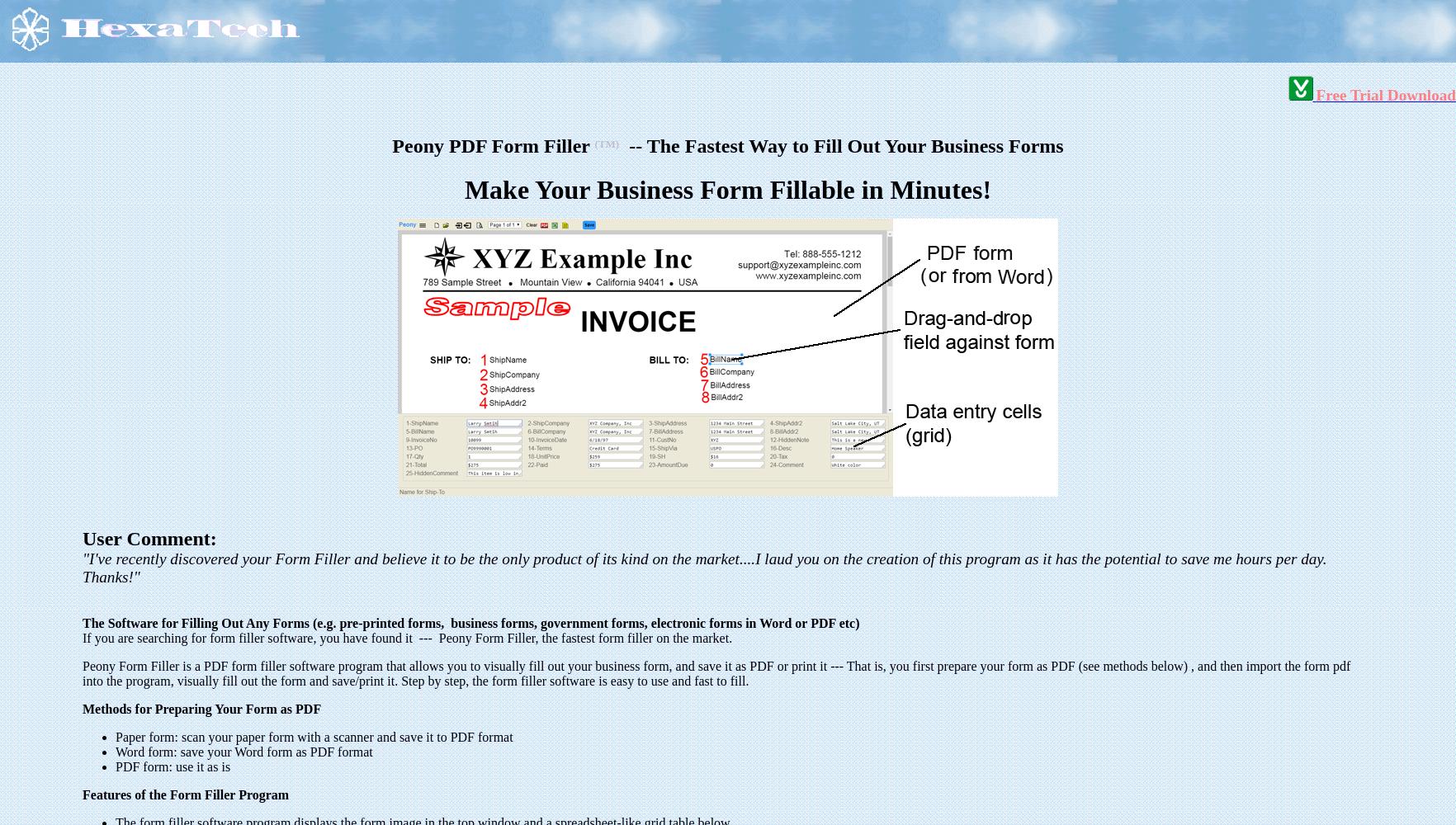  I want to click on 'User Comment:', so click(149, 539).